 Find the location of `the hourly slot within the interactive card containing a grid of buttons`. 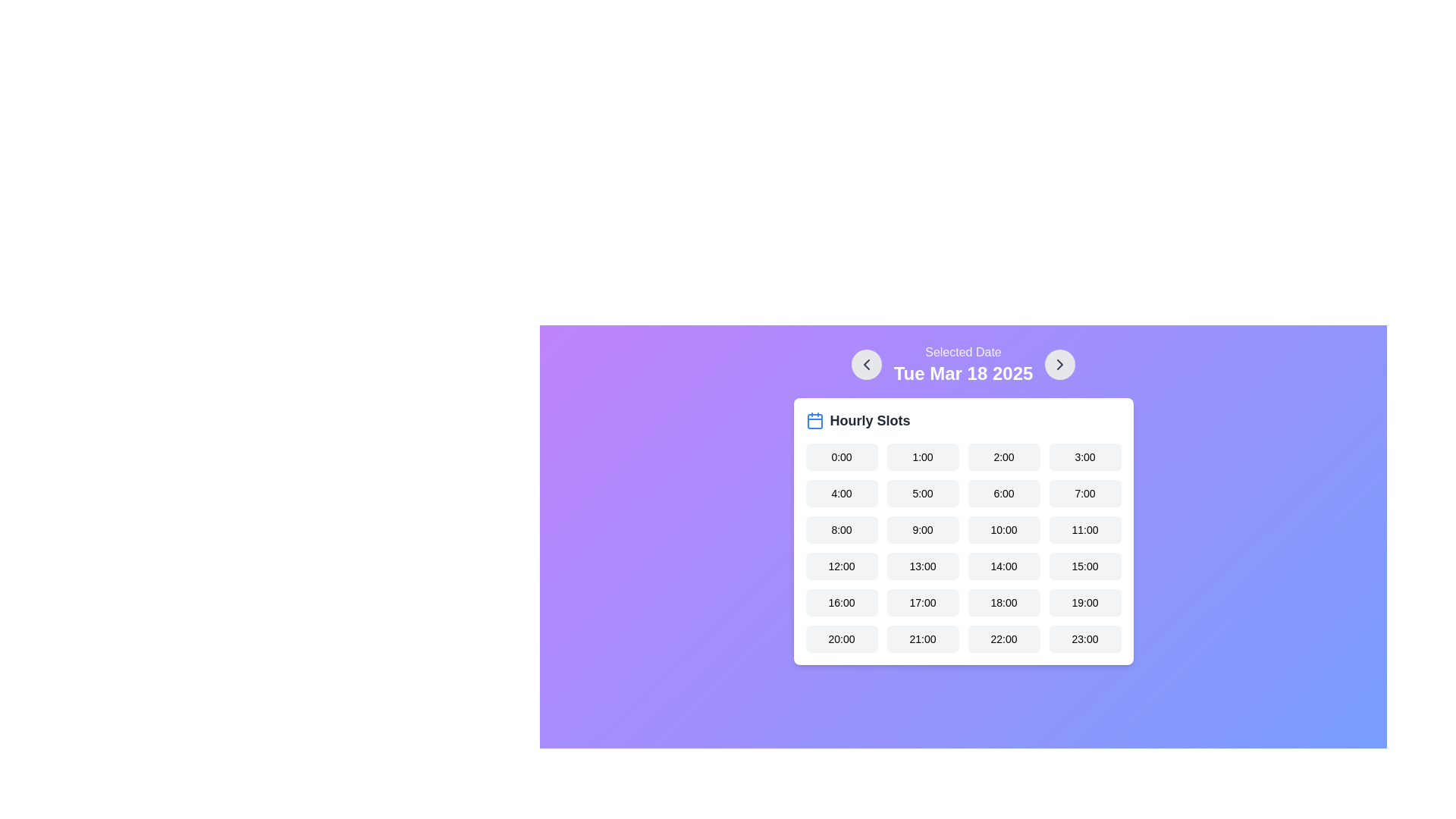

the hourly slot within the interactive card containing a grid of buttons is located at coordinates (962, 531).